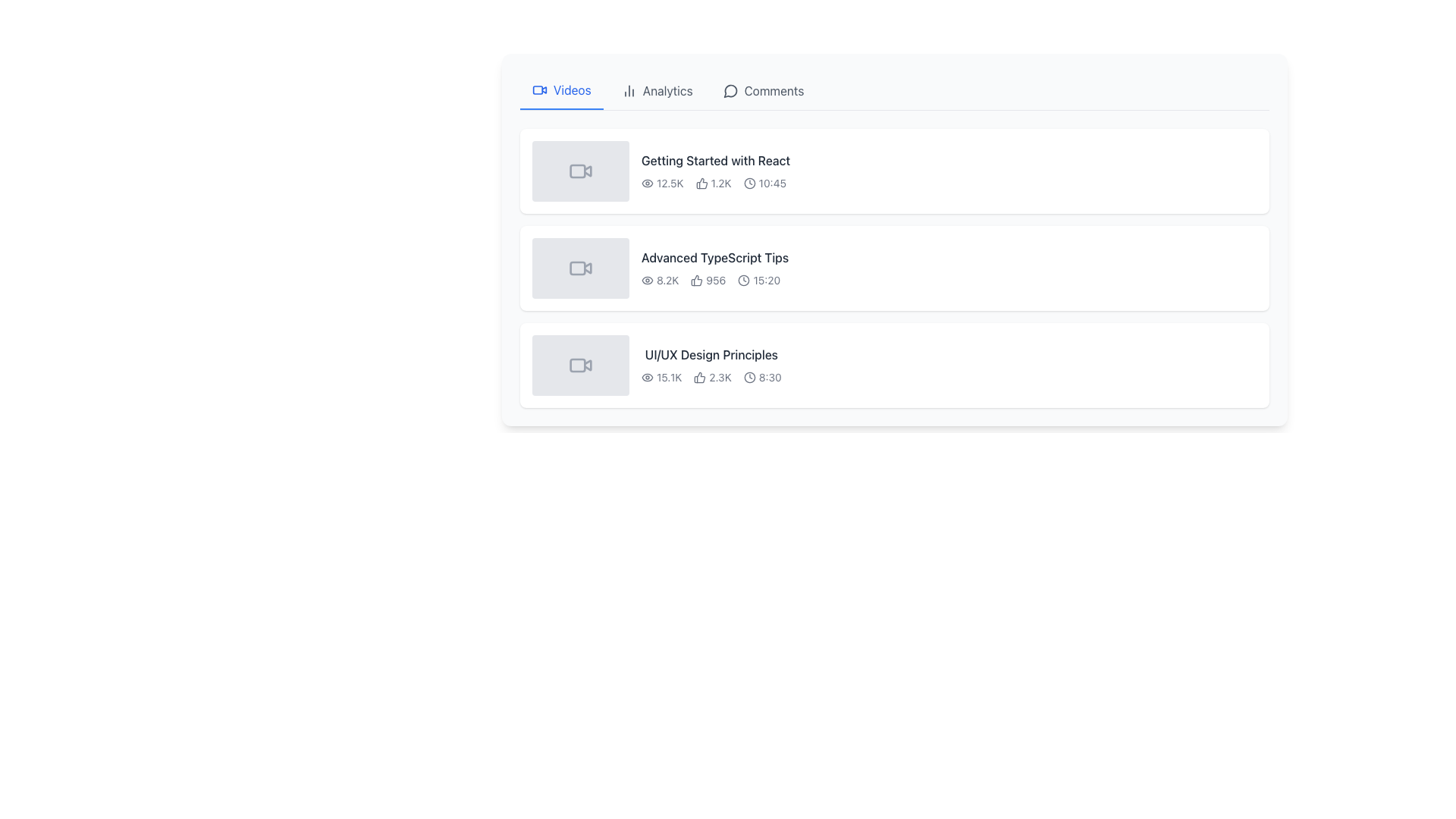  I want to click on the icon representing the video titled 'UI/UX Design Principles', which is located in the left part of the third item from the top in a vertical list of videos, so click(580, 366).